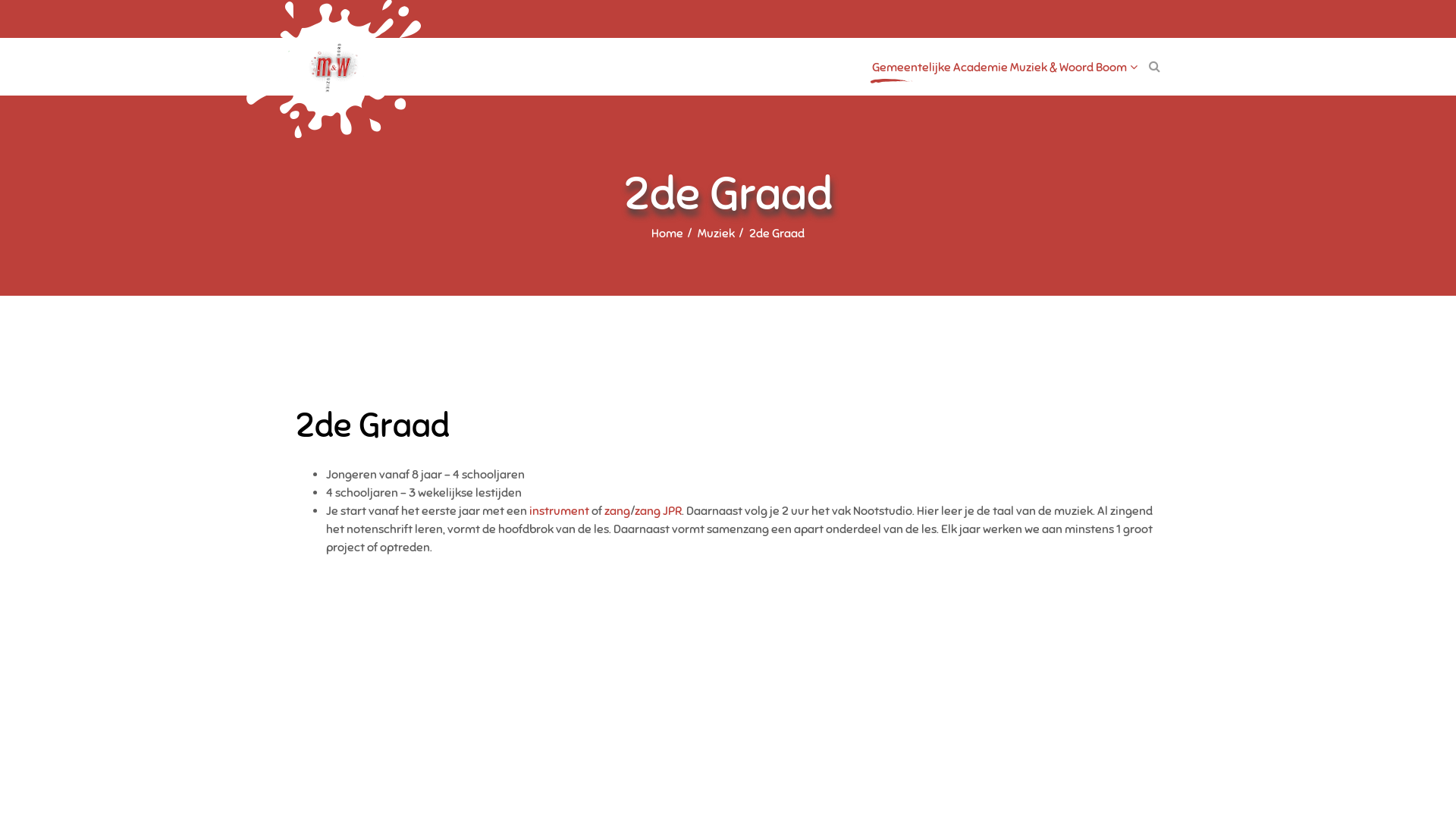 This screenshot has width=1456, height=819. I want to click on 'zang', so click(617, 511).